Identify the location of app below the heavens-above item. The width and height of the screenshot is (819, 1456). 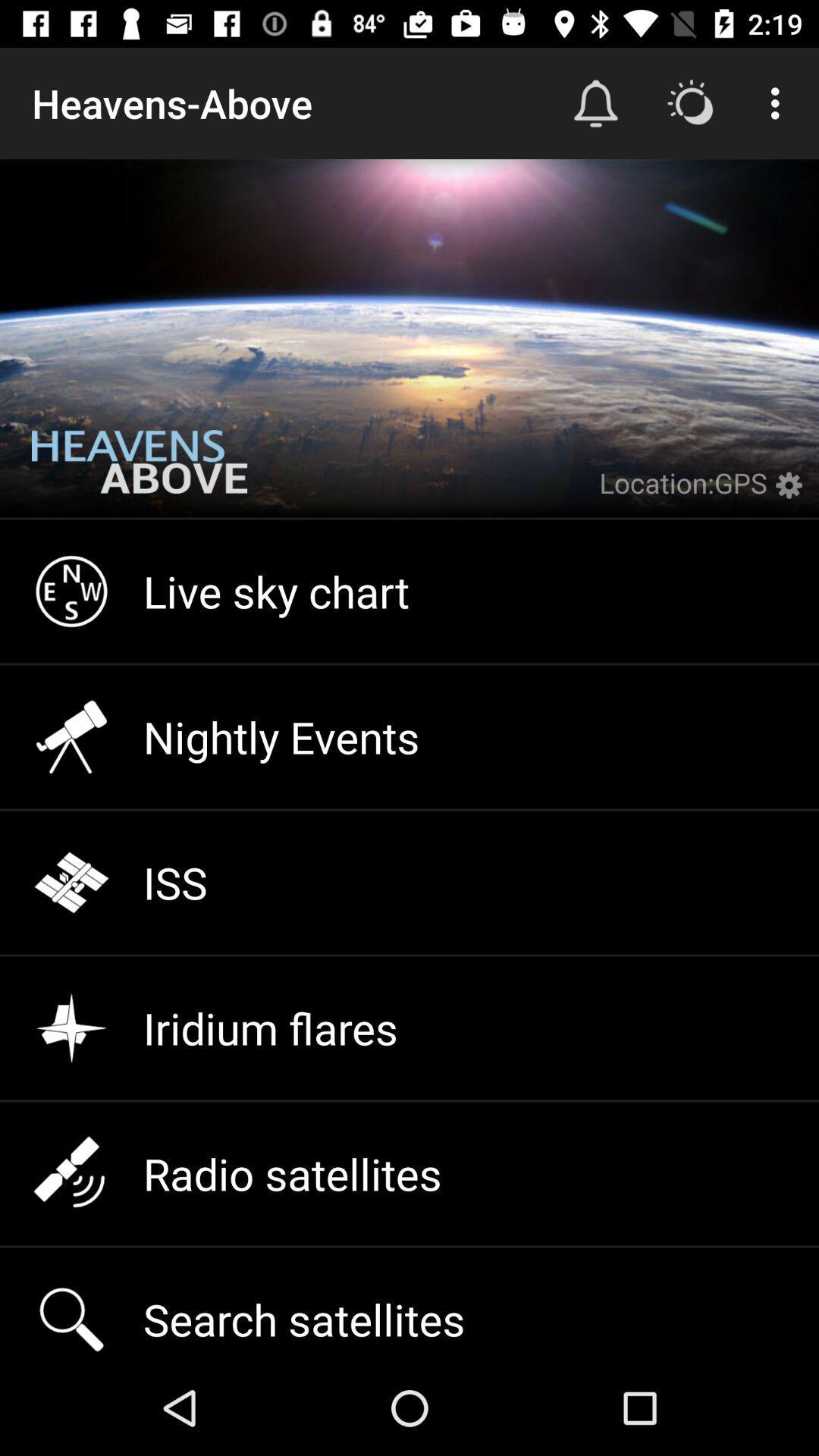
(140, 472).